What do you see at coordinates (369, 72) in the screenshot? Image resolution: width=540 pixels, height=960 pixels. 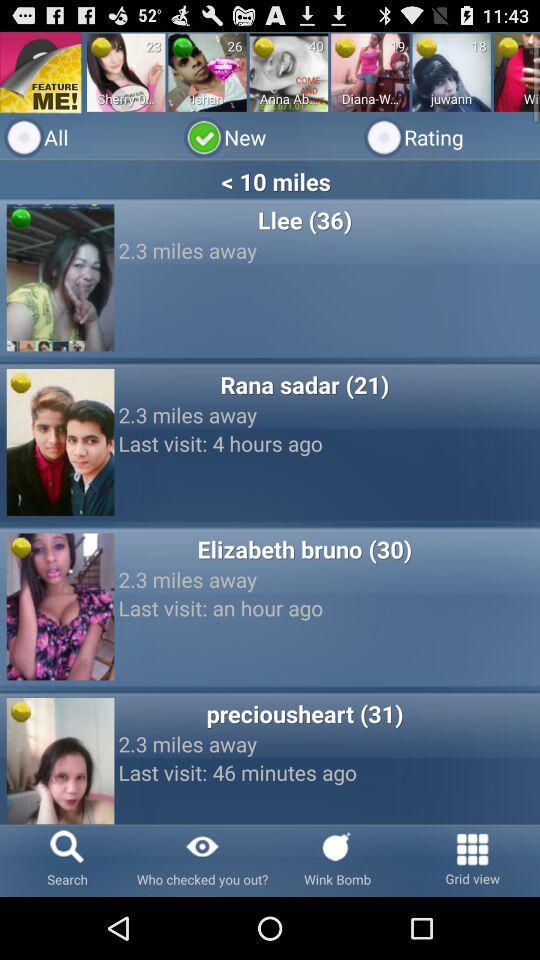 I see `radio button above the new icon` at bounding box center [369, 72].